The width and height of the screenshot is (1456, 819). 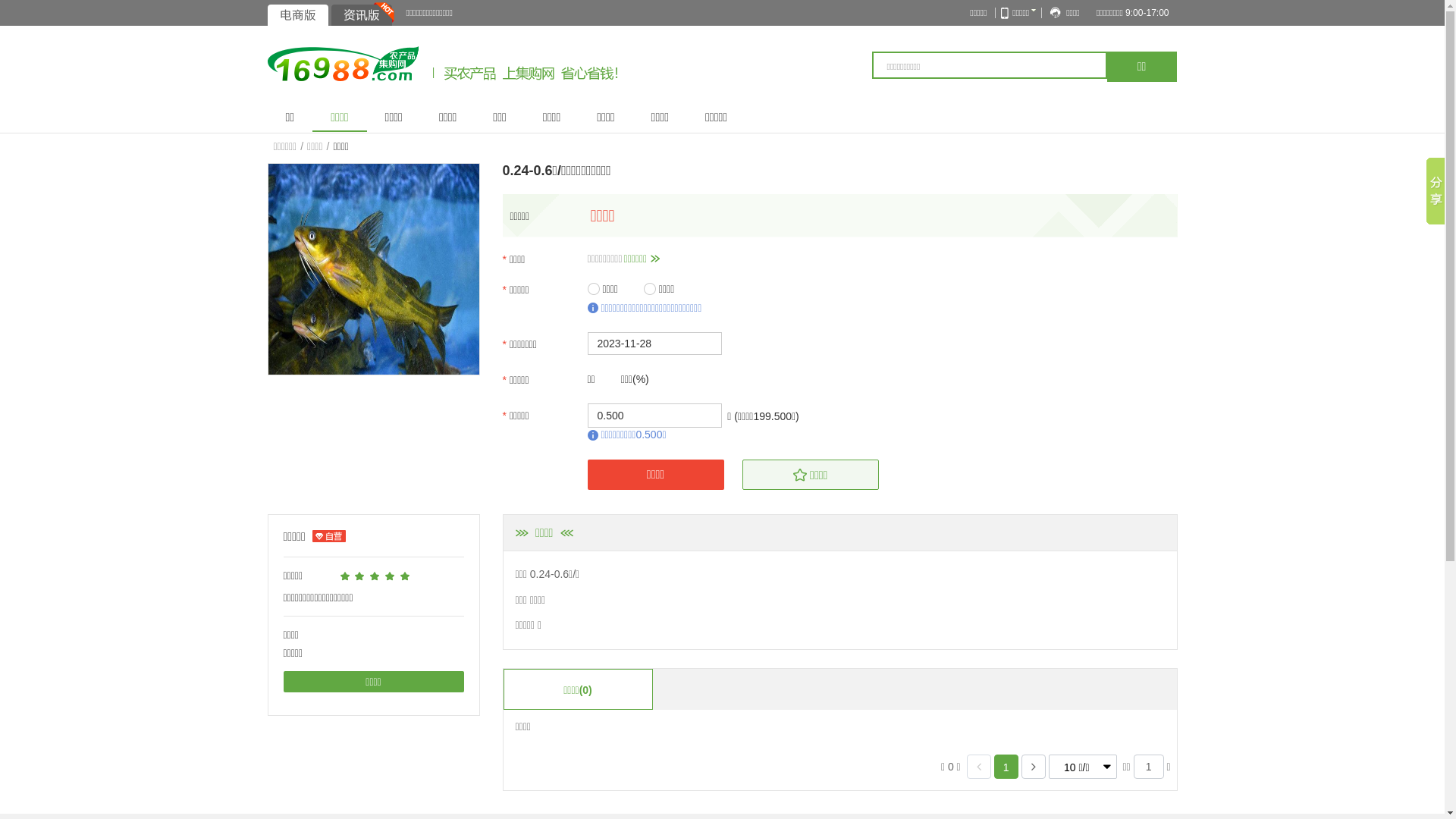 I want to click on '1', so click(x=1003, y=767).